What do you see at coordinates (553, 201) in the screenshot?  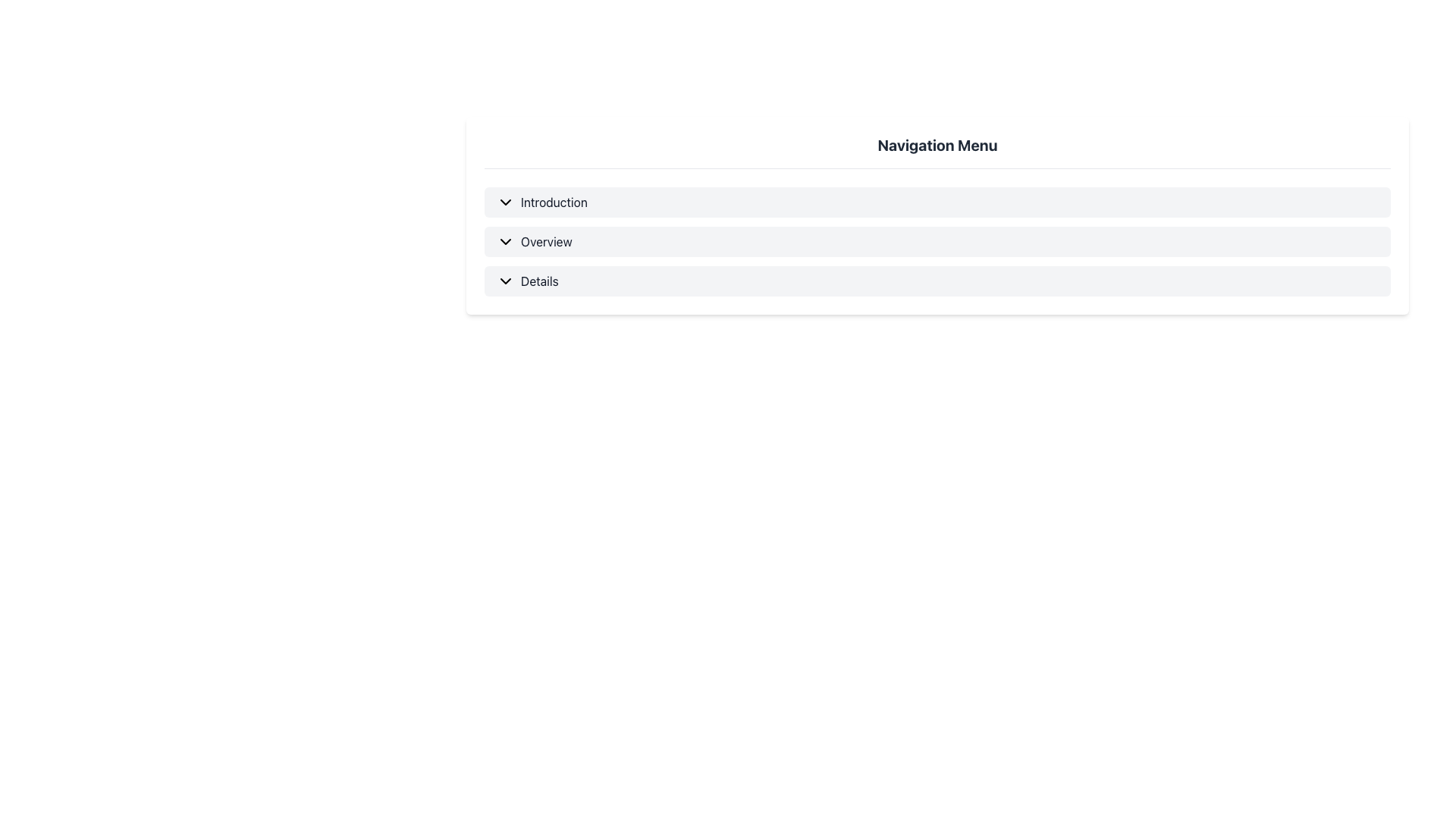 I see `the 'Introduction' link in the navigation menu to trigger the hover effects, which change the text color from dark gray to white` at bounding box center [553, 201].